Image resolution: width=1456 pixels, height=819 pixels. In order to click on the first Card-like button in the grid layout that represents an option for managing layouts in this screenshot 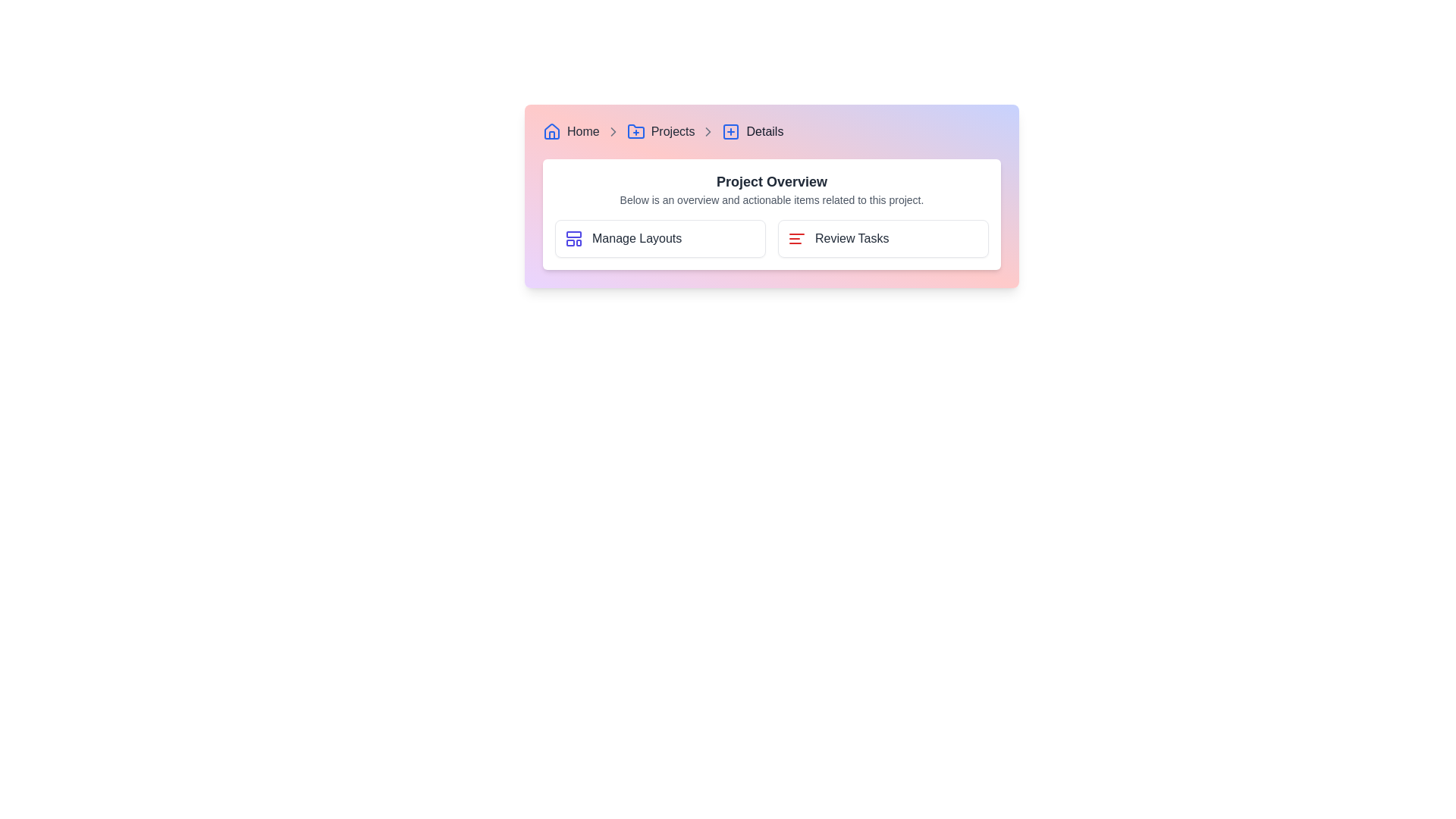, I will do `click(660, 239)`.